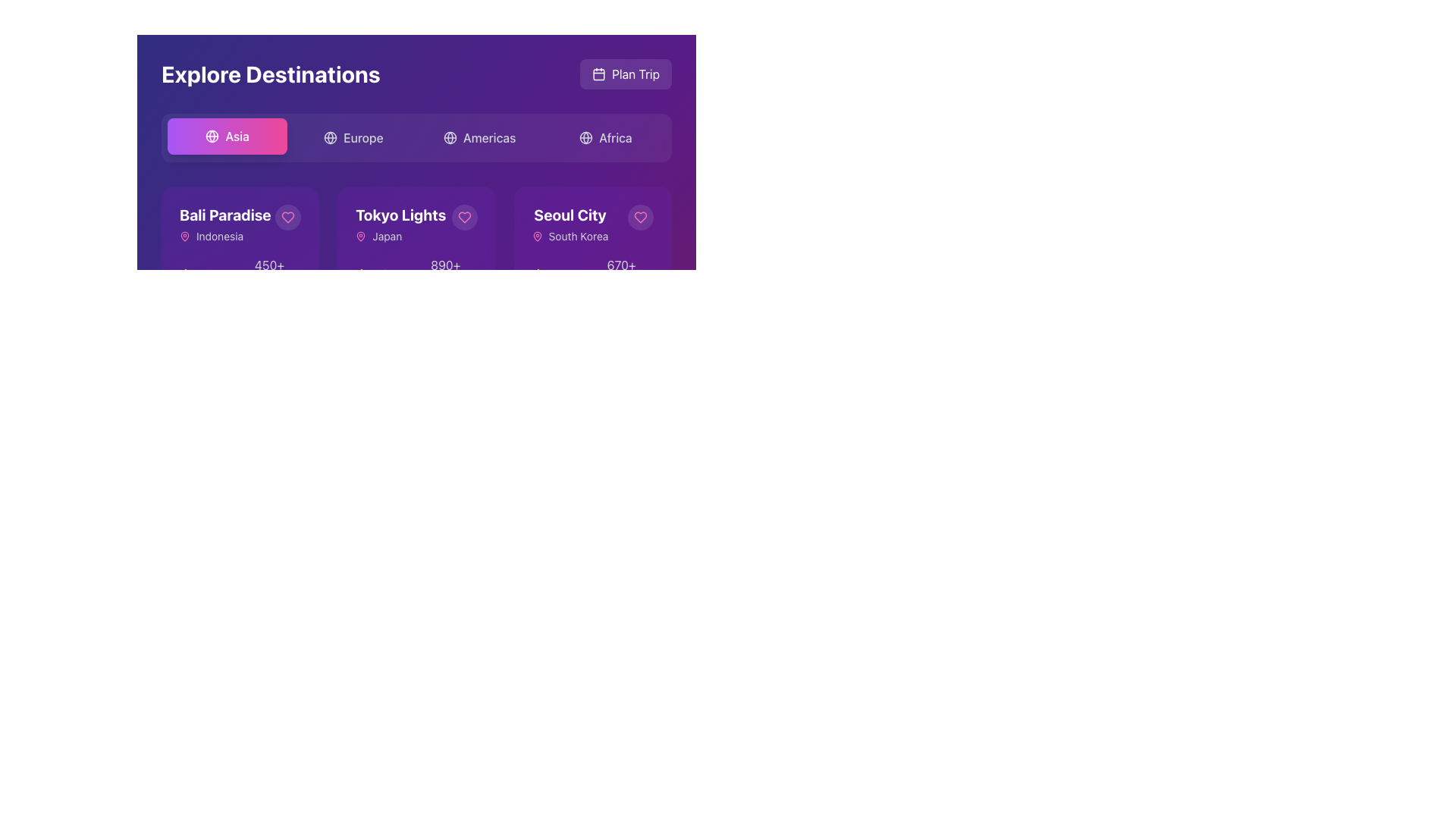 The height and width of the screenshot is (819, 1456). I want to click on the textual display that shows the rating value for the 'Seoul City' destination, located to the right of the yellow star icon in the 'Explore Destinations' section, so click(555, 275).